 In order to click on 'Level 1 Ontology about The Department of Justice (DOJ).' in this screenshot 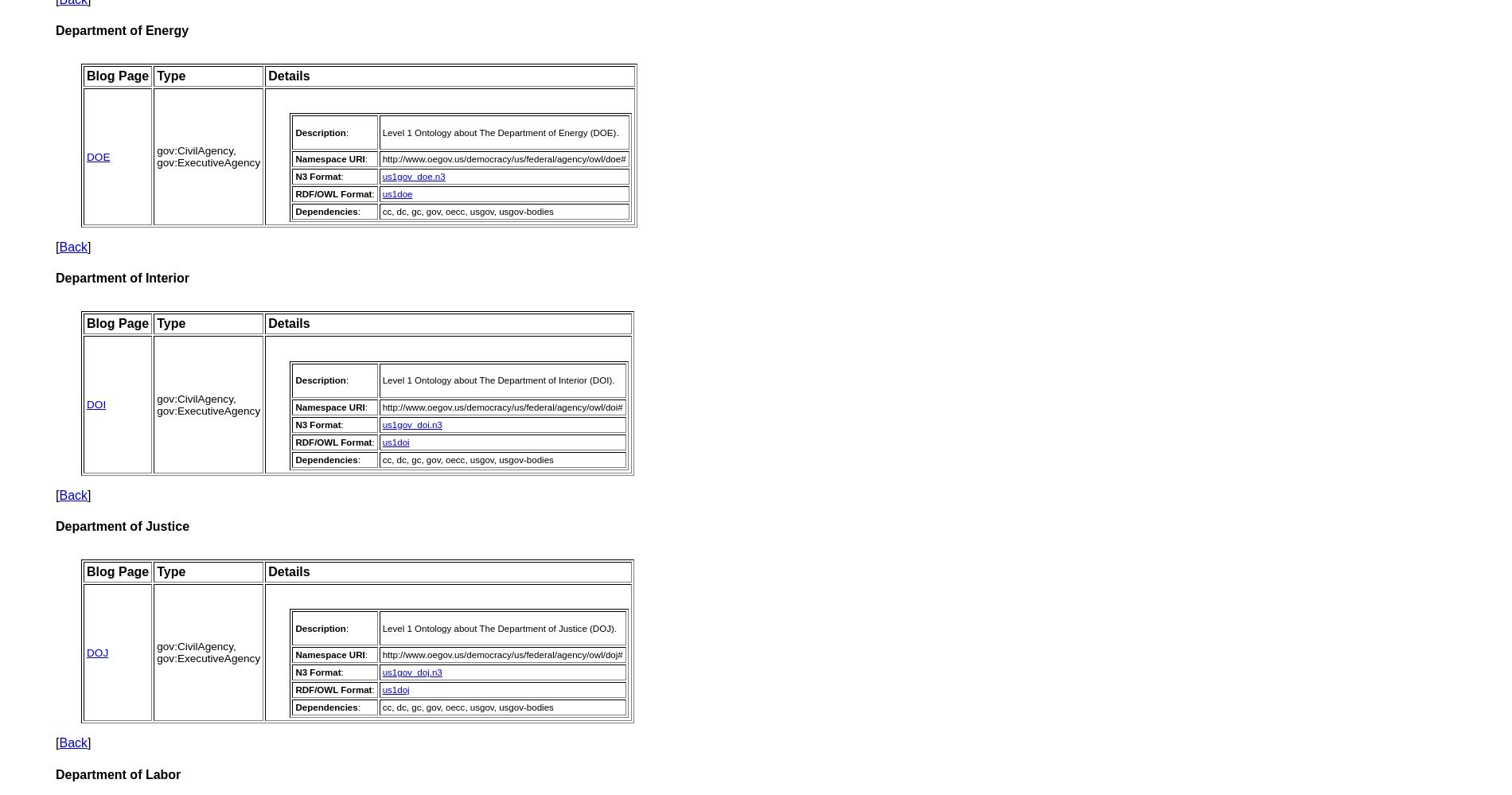, I will do `click(499, 628)`.